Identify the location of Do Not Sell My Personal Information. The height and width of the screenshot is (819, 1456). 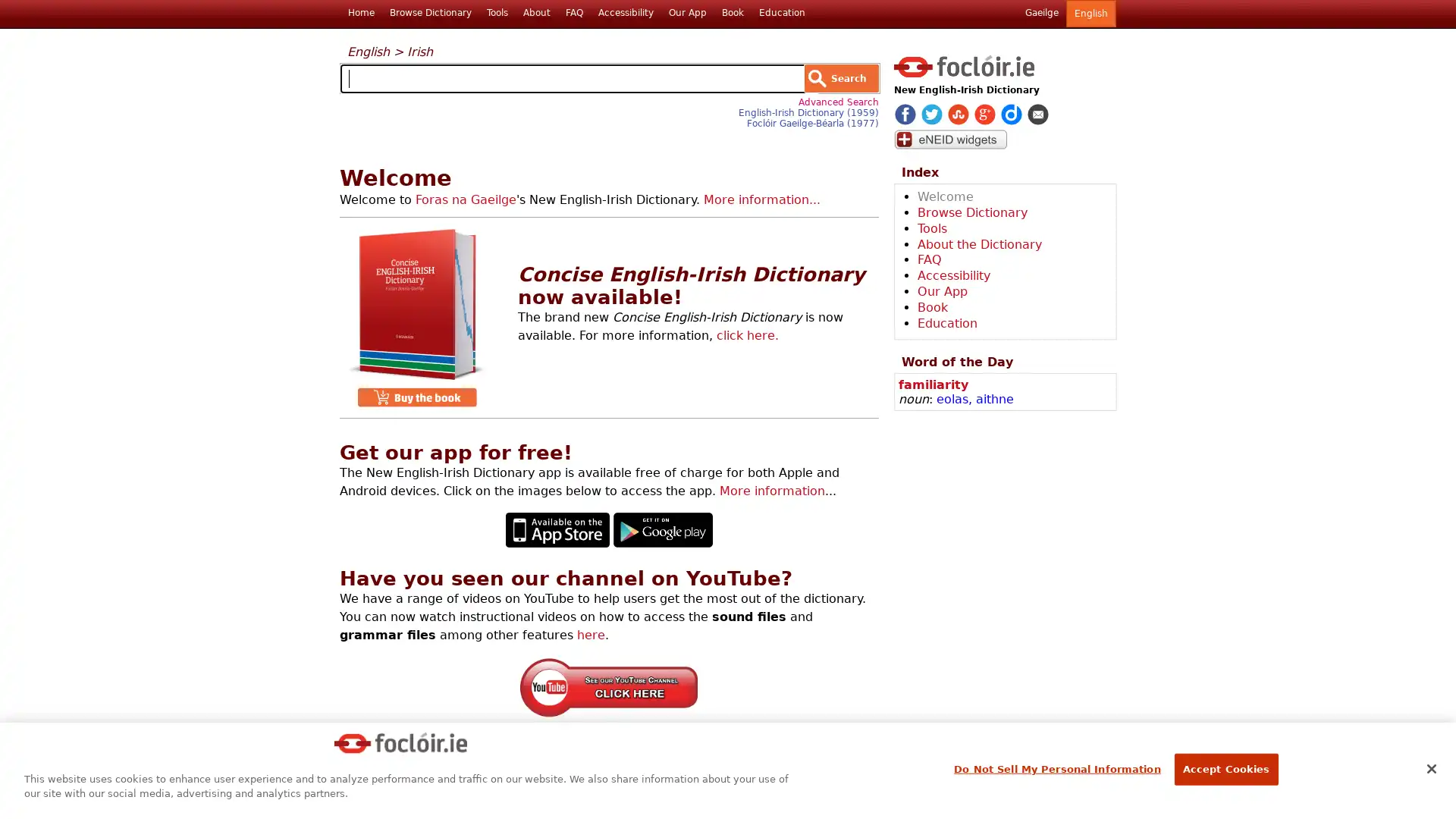
(1056, 769).